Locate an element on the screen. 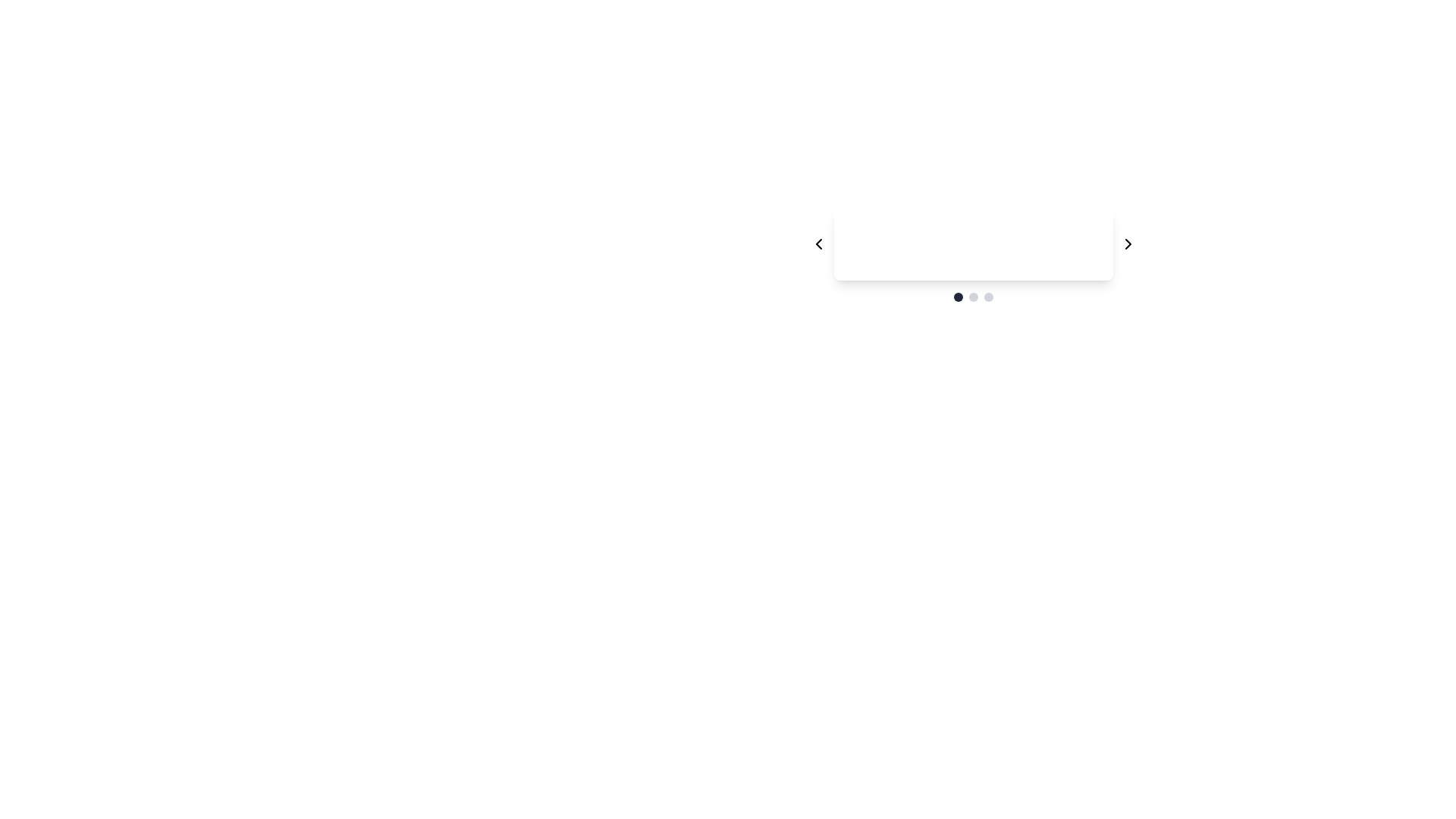  the leftmost navigation button to move to the previous profile or item in the sequence is located at coordinates (818, 243).